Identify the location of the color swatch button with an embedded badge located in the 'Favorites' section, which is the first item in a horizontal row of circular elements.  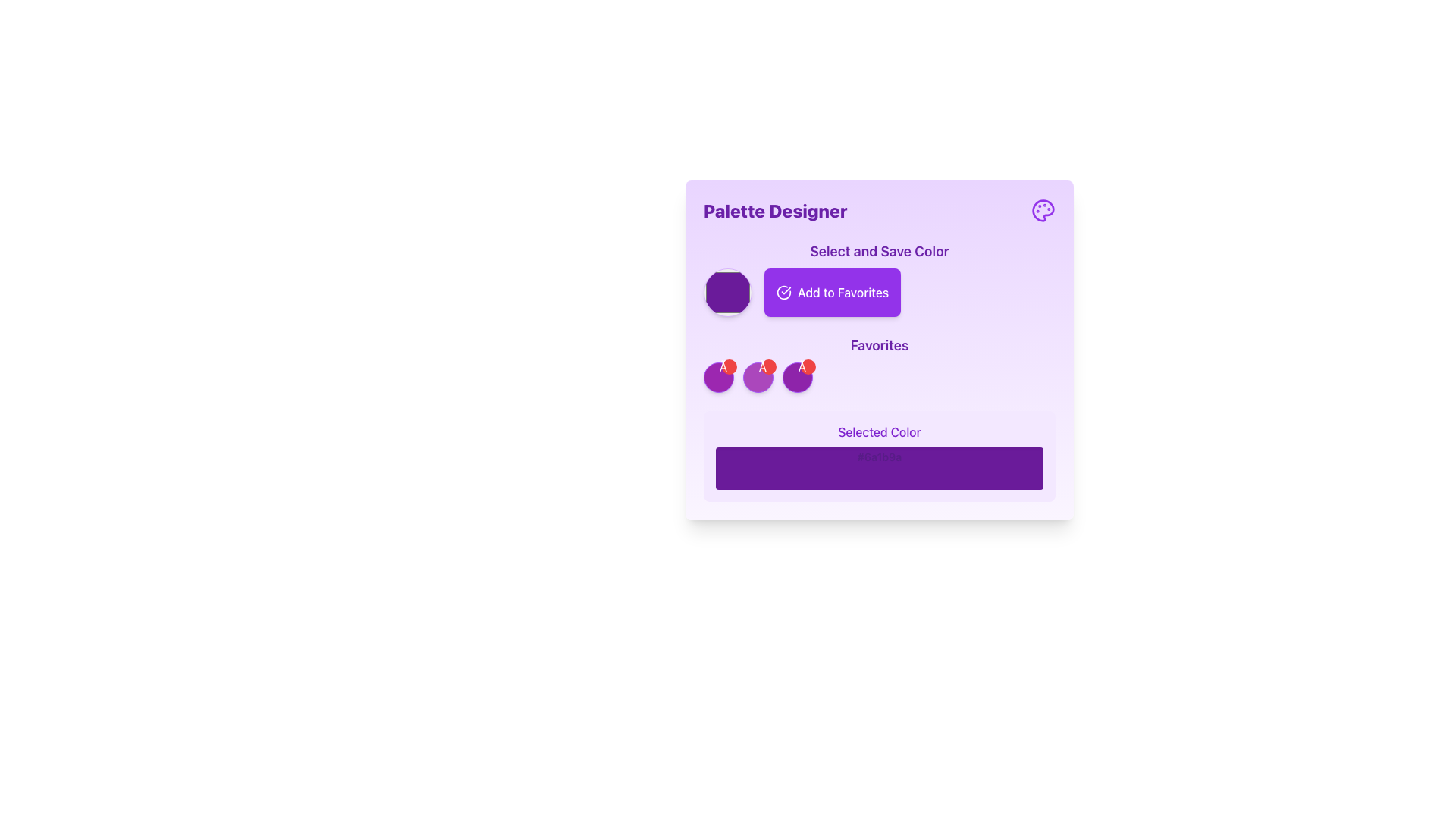
(718, 376).